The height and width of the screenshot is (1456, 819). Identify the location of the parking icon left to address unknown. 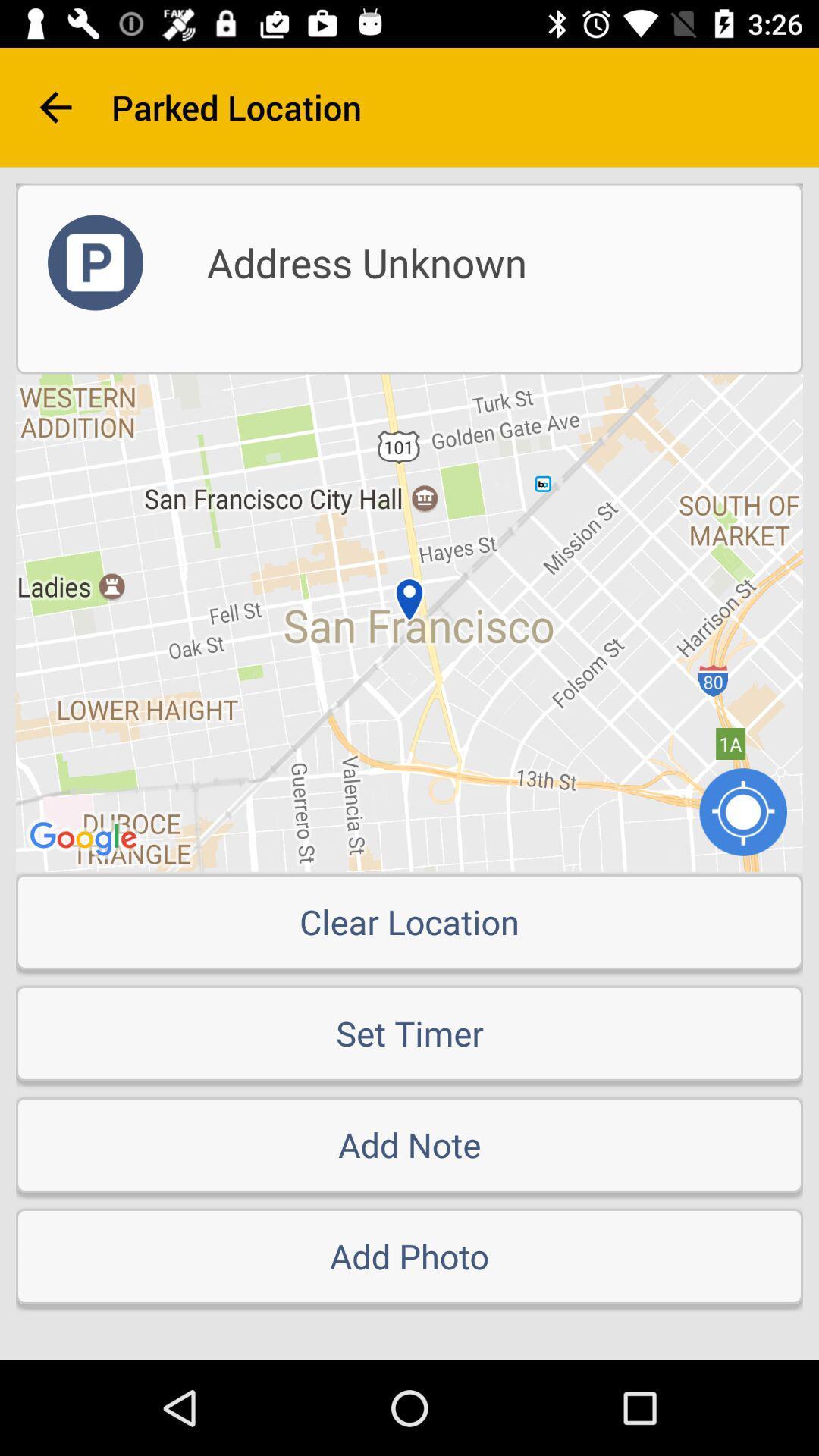
(96, 262).